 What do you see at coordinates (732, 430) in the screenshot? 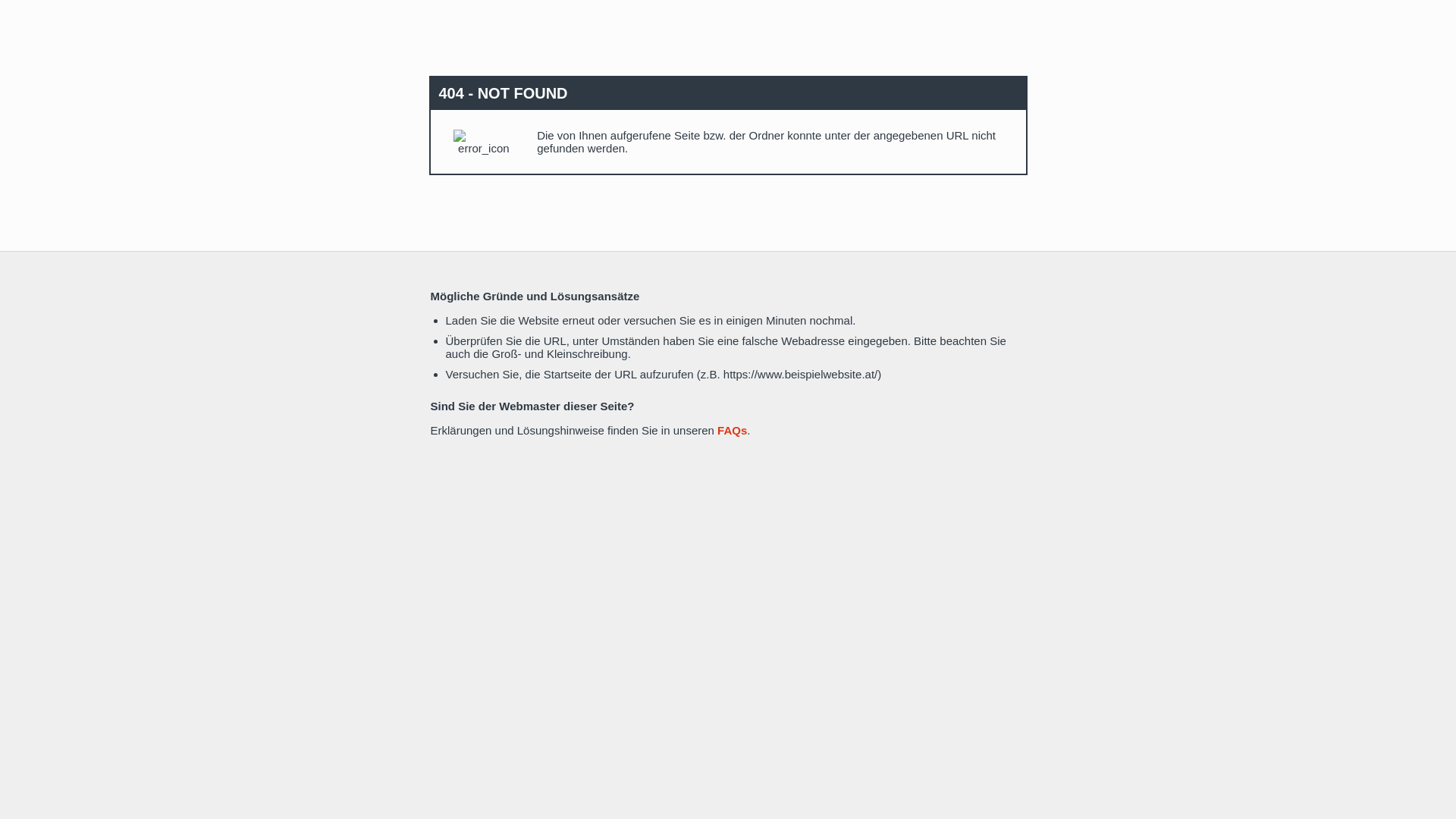
I see `'FAQs'` at bounding box center [732, 430].